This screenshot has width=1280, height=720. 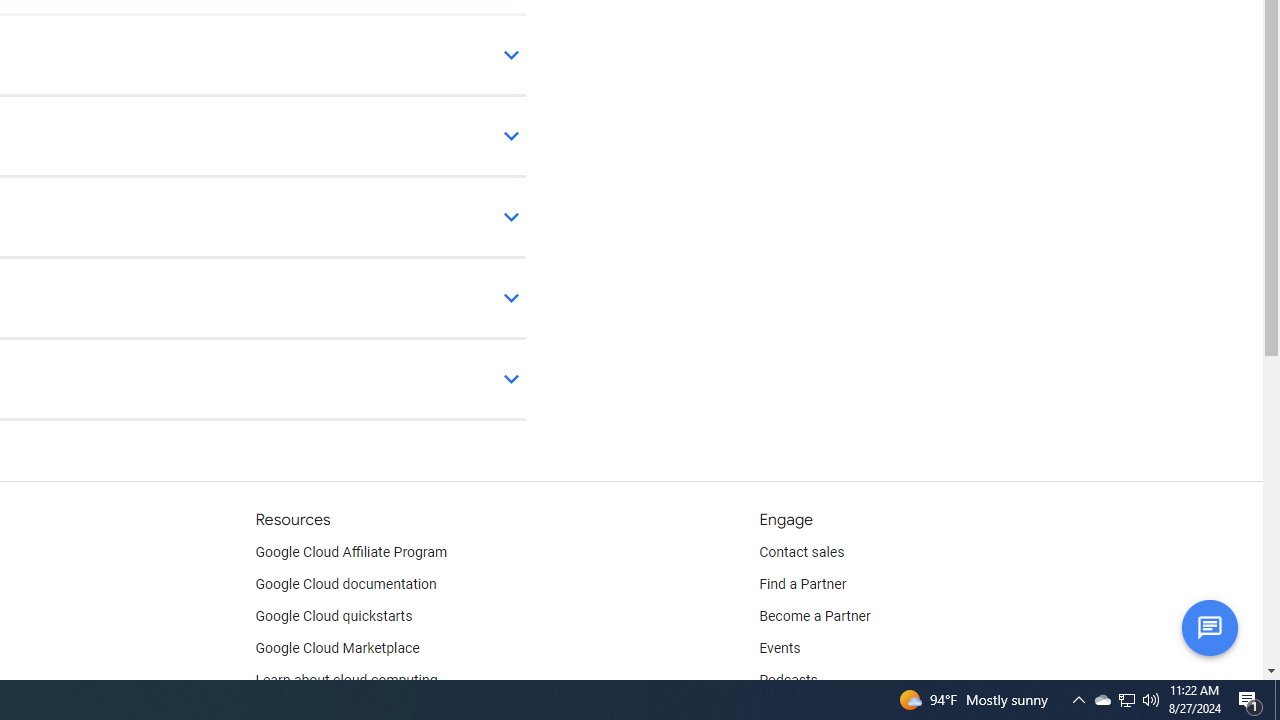 I want to click on 'Find a Partner', so click(x=803, y=585).